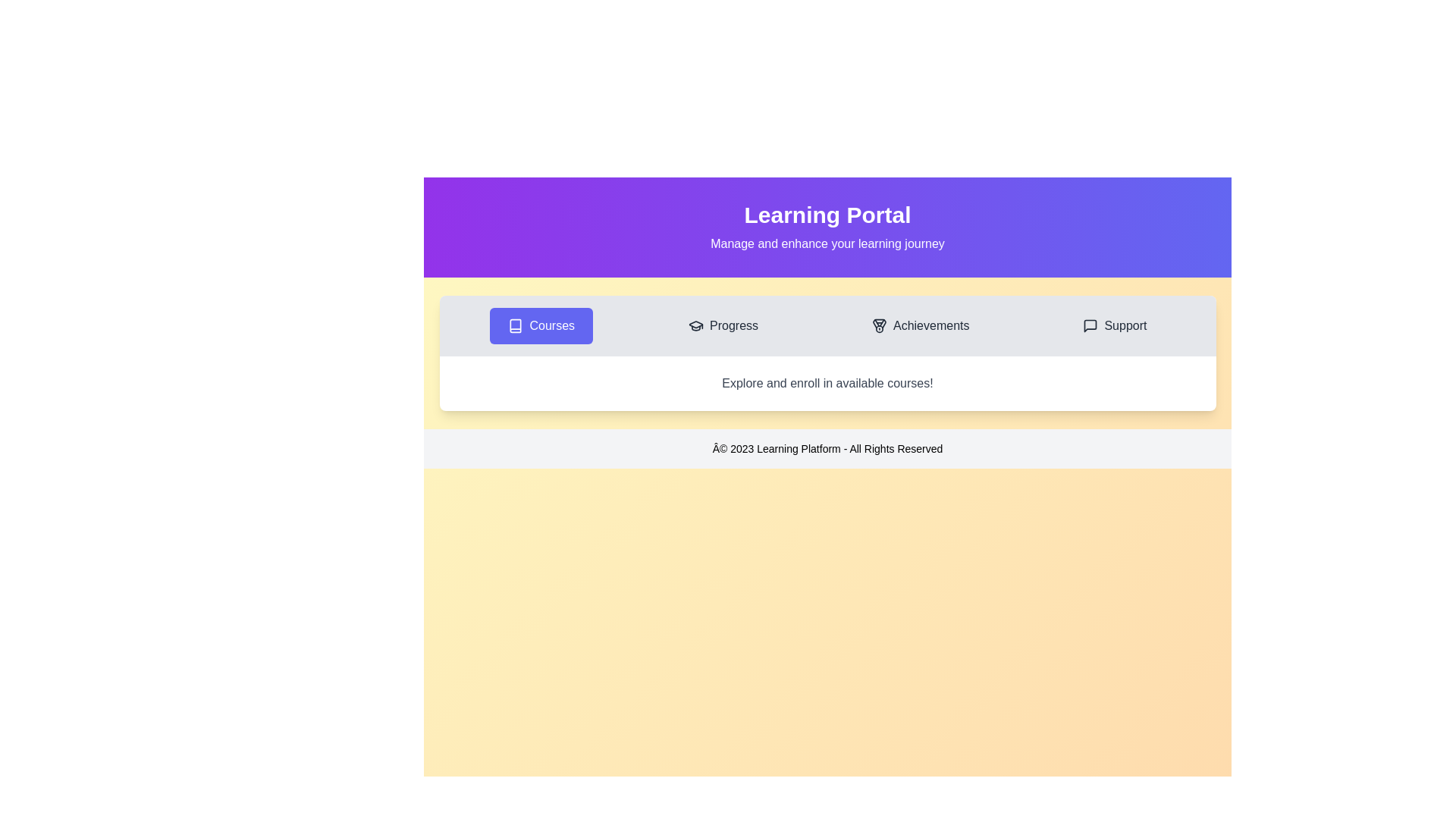  What do you see at coordinates (920, 325) in the screenshot?
I see `the 'Achievements' button, which features a medal icon and a light-gray background` at bounding box center [920, 325].